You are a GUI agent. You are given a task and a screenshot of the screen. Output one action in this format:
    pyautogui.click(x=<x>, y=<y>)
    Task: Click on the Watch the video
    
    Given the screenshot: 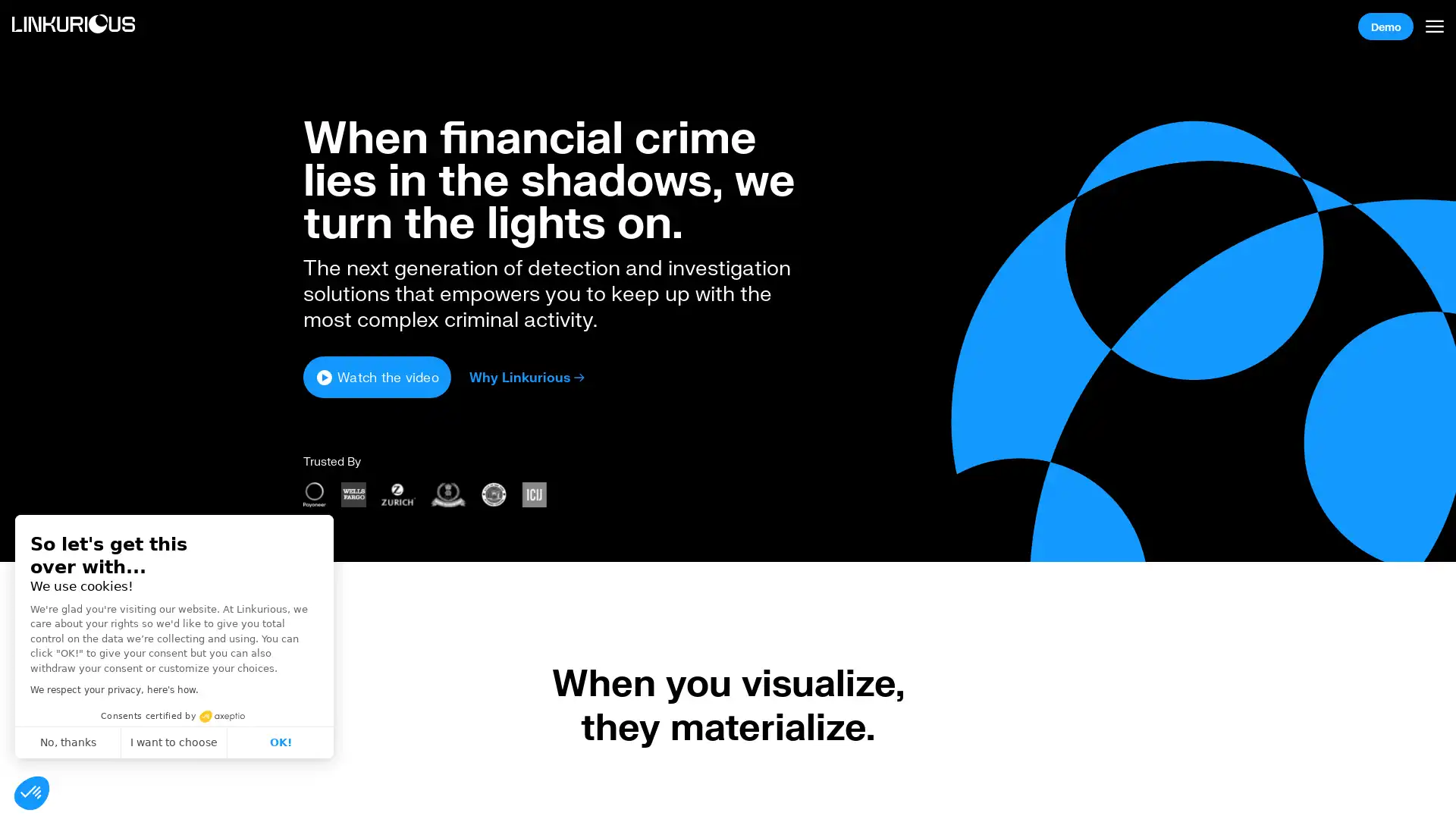 What is the action you would take?
    pyautogui.click(x=377, y=376)
    